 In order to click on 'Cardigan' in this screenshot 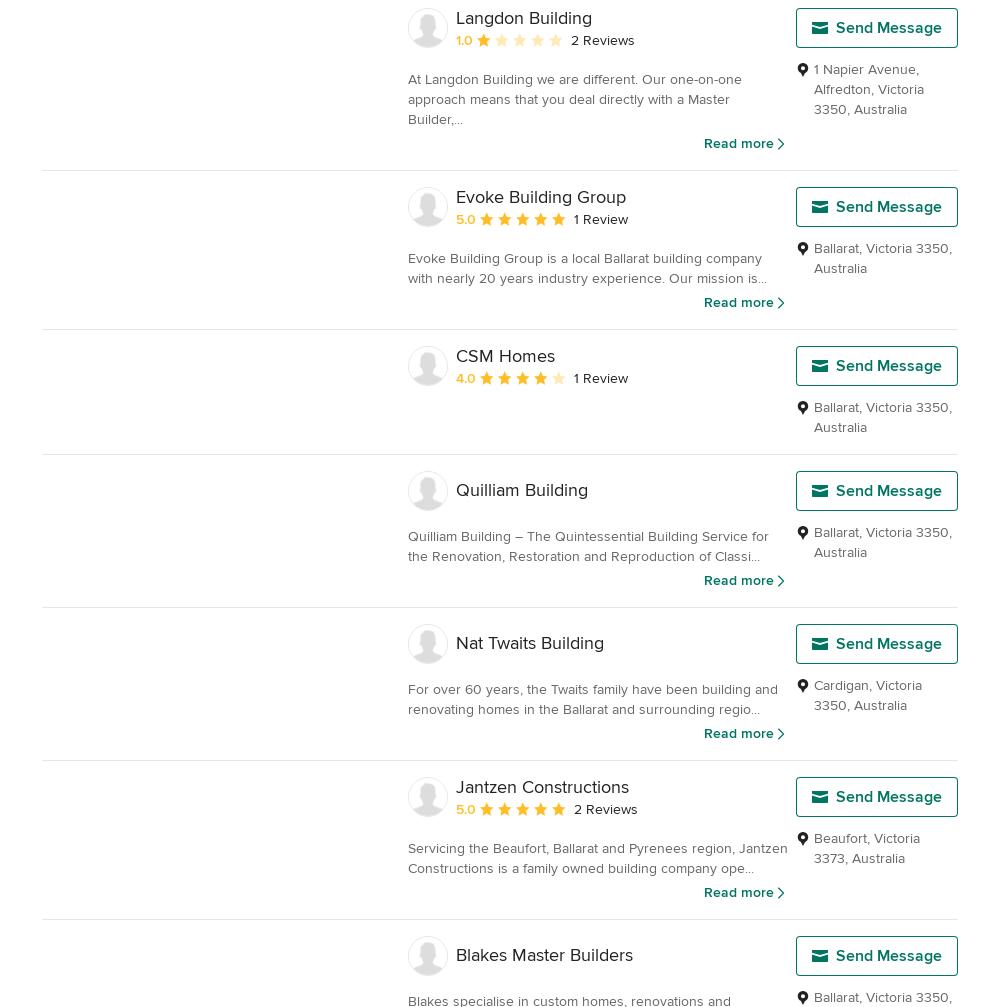, I will do `click(840, 684)`.